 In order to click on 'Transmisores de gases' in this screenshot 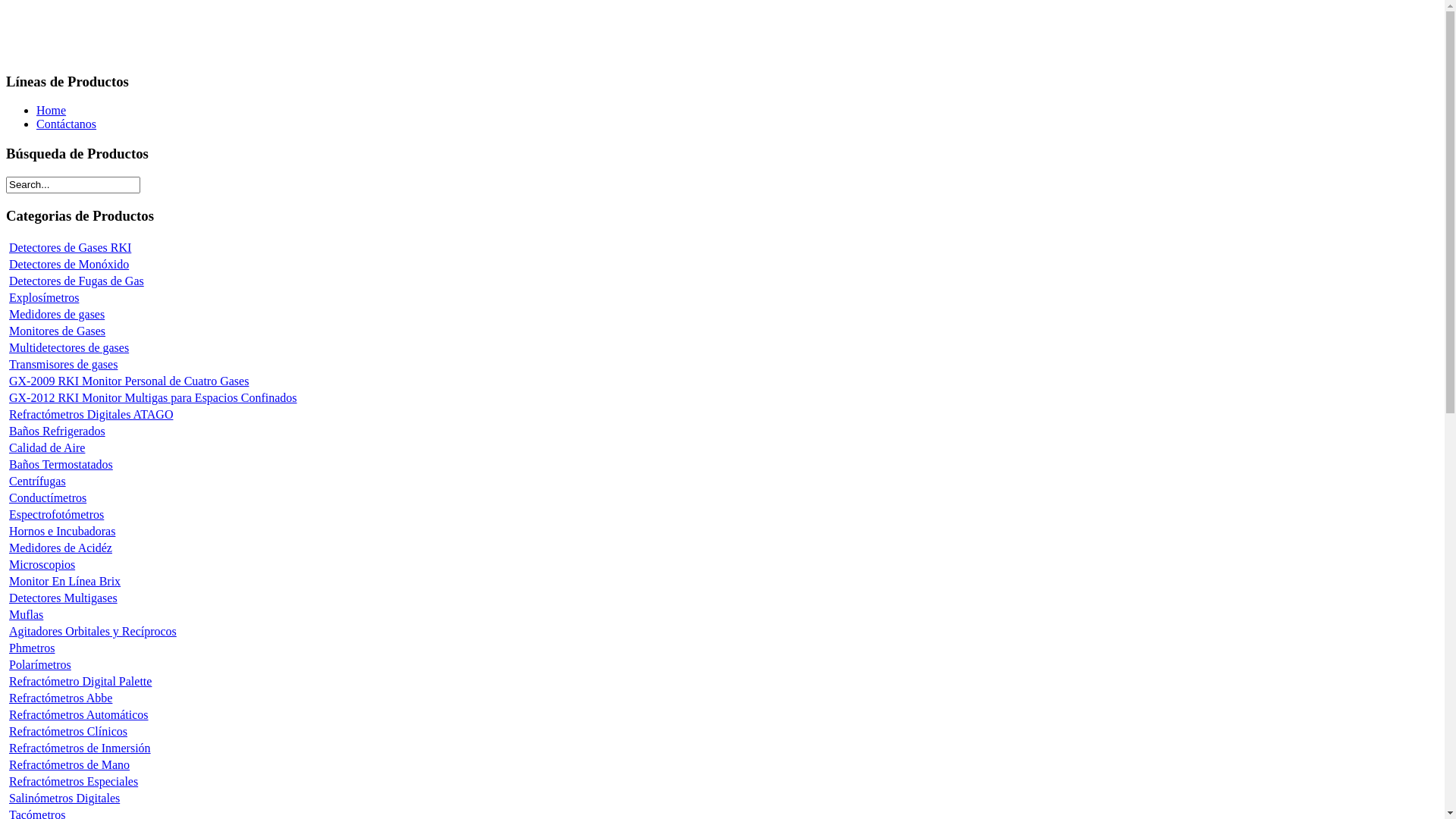, I will do `click(9, 364)`.